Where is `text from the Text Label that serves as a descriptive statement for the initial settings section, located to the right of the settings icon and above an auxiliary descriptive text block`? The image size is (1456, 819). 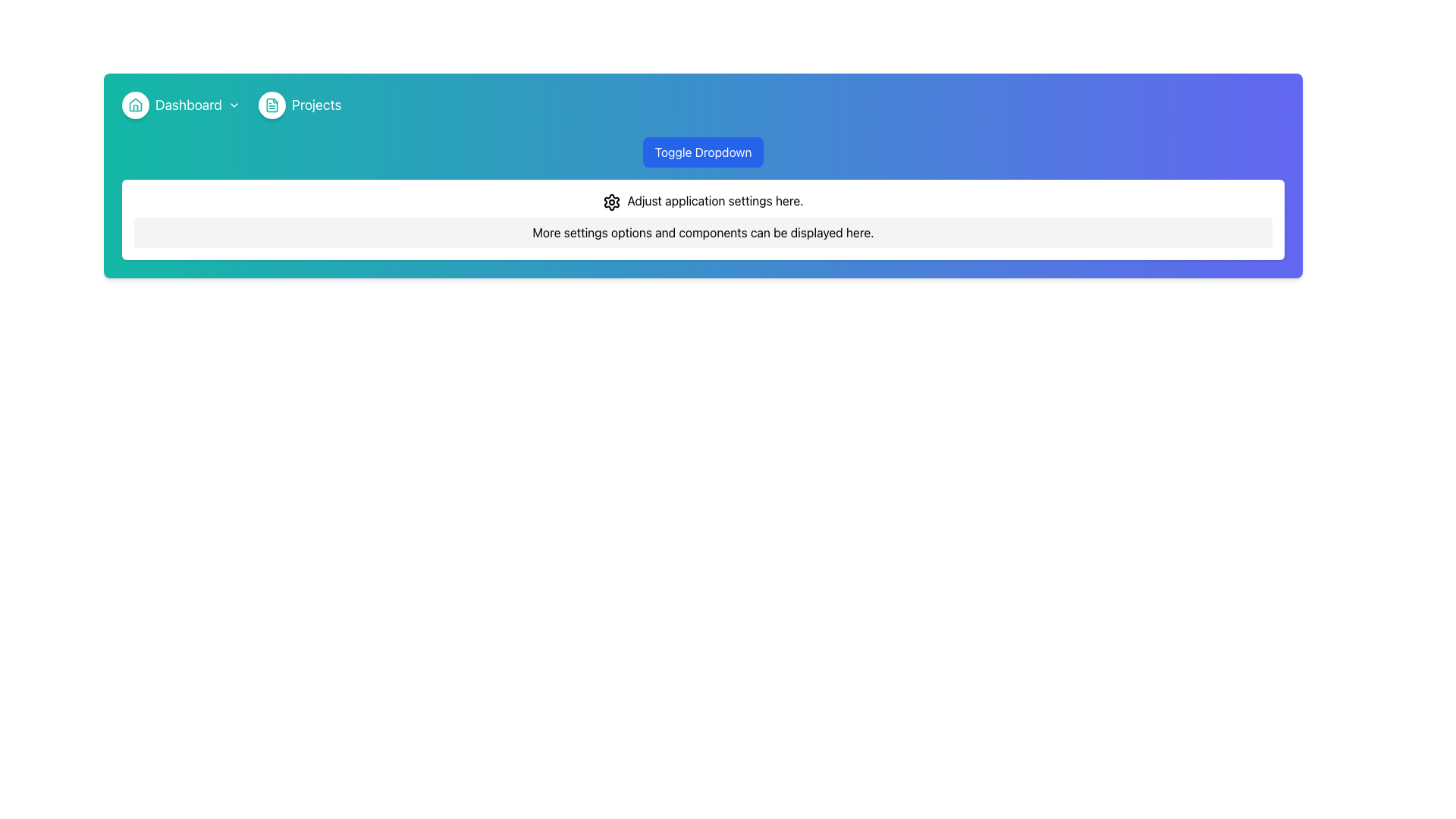 text from the Text Label that serves as a descriptive statement for the initial settings section, located to the right of the settings icon and above an auxiliary descriptive text block is located at coordinates (714, 200).